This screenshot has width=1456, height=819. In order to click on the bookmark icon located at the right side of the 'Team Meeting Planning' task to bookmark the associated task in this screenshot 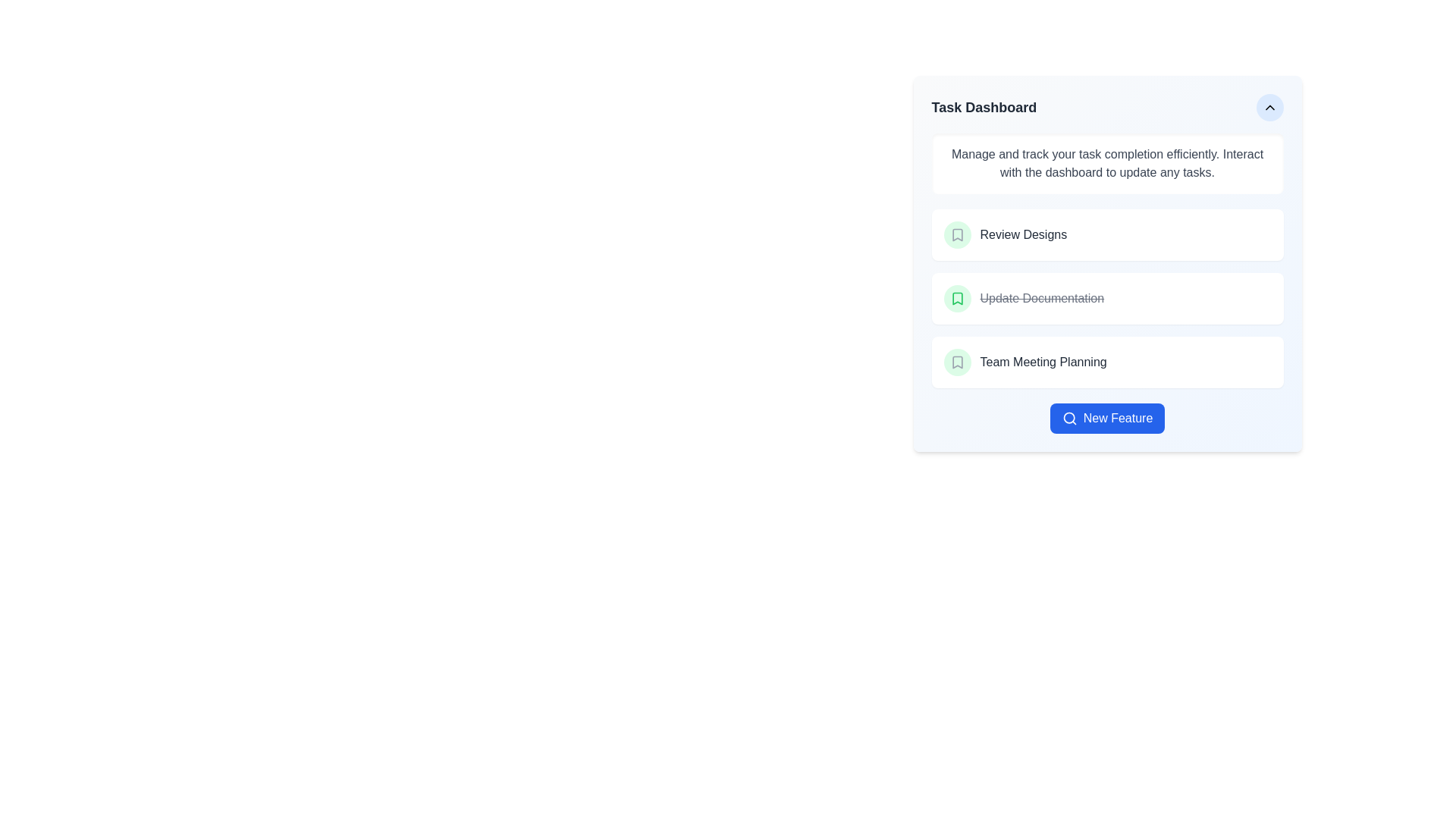, I will do `click(956, 362)`.